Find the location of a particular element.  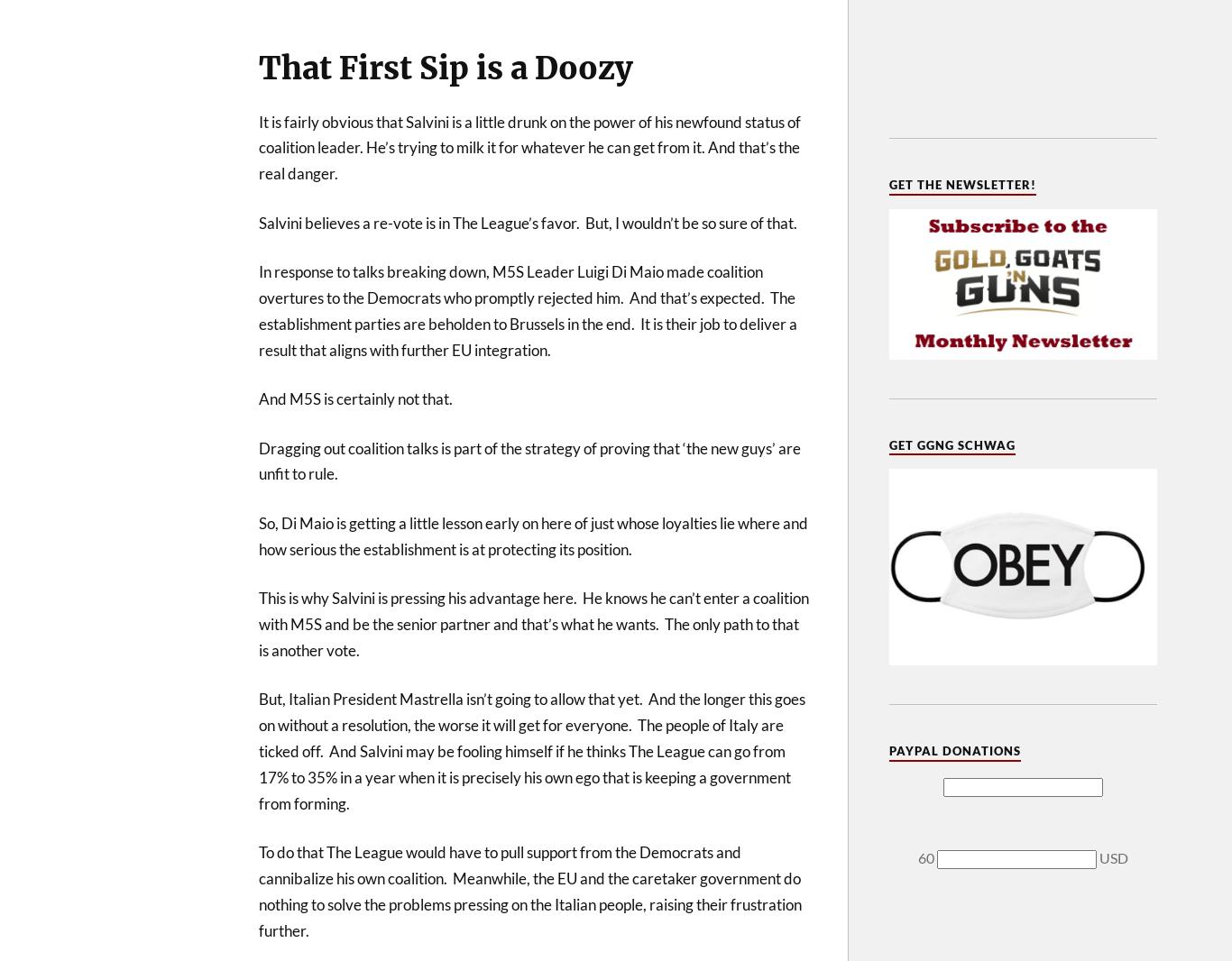

'That First Sip is a Doozy' is located at coordinates (445, 67).